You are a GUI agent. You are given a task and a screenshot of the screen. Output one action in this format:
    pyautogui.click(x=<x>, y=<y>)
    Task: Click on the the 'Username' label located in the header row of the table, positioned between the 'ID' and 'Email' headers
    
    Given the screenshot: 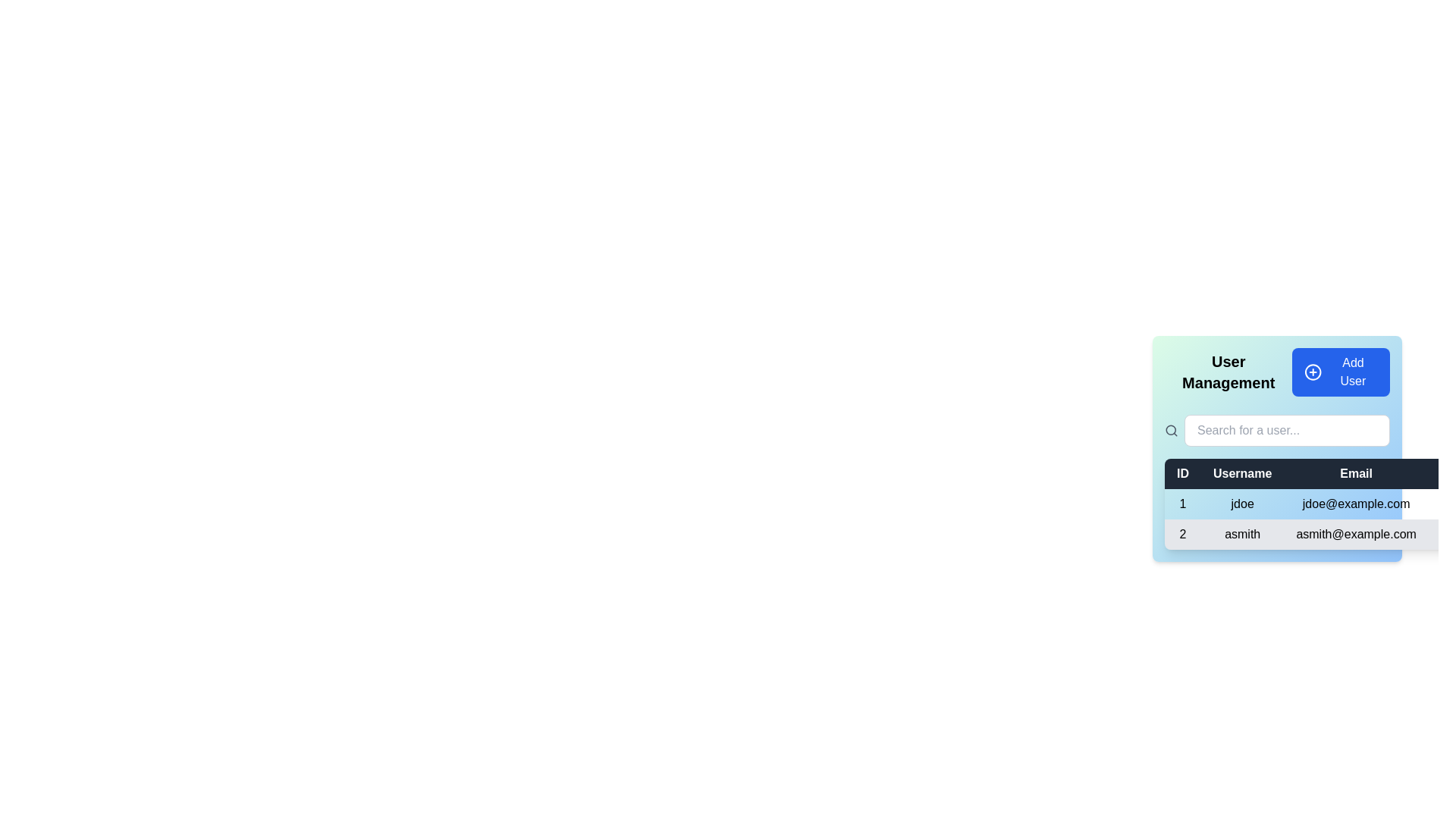 What is the action you would take?
    pyautogui.click(x=1242, y=472)
    